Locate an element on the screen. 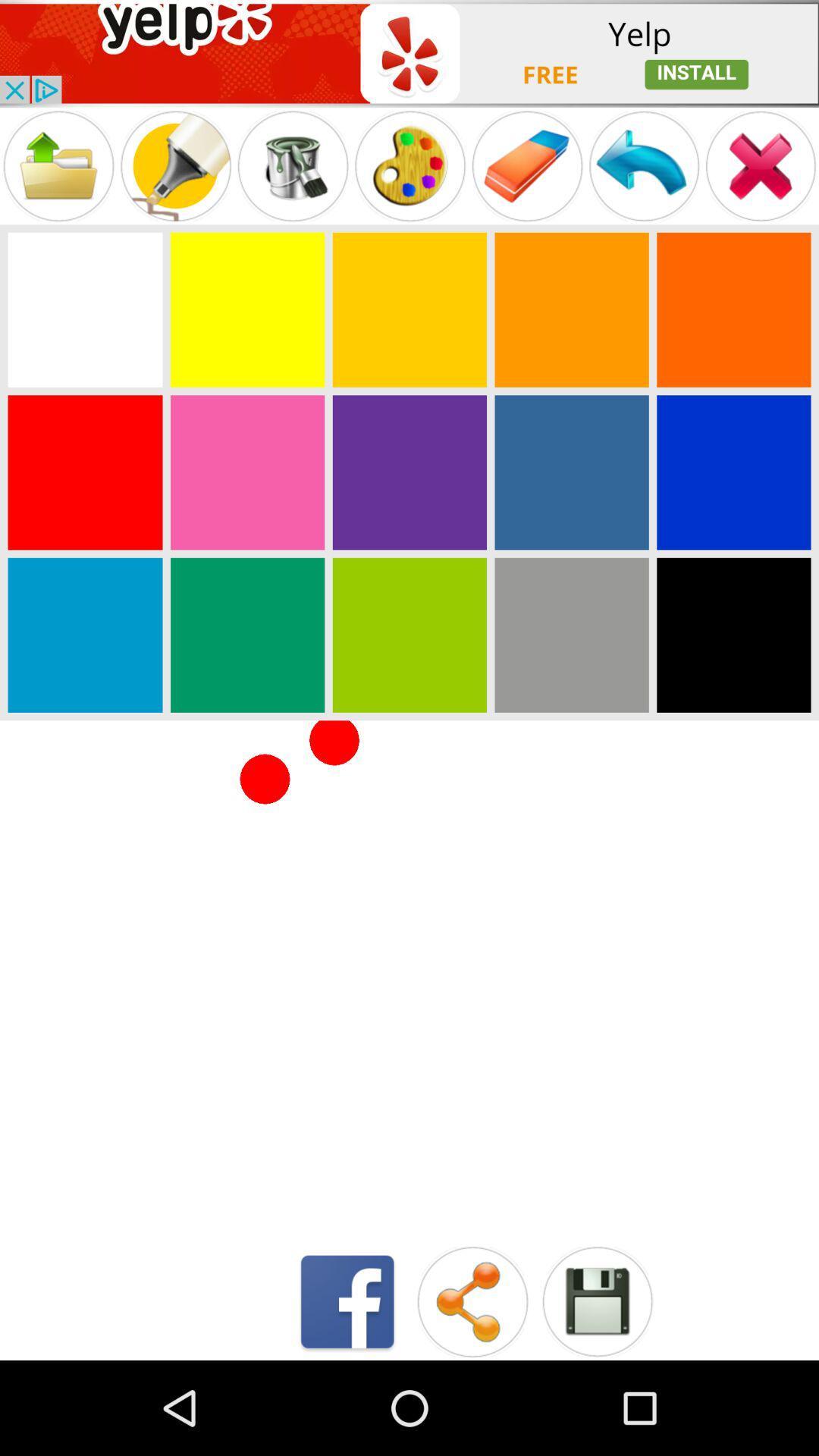  choose pink color is located at coordinates (246, 472).